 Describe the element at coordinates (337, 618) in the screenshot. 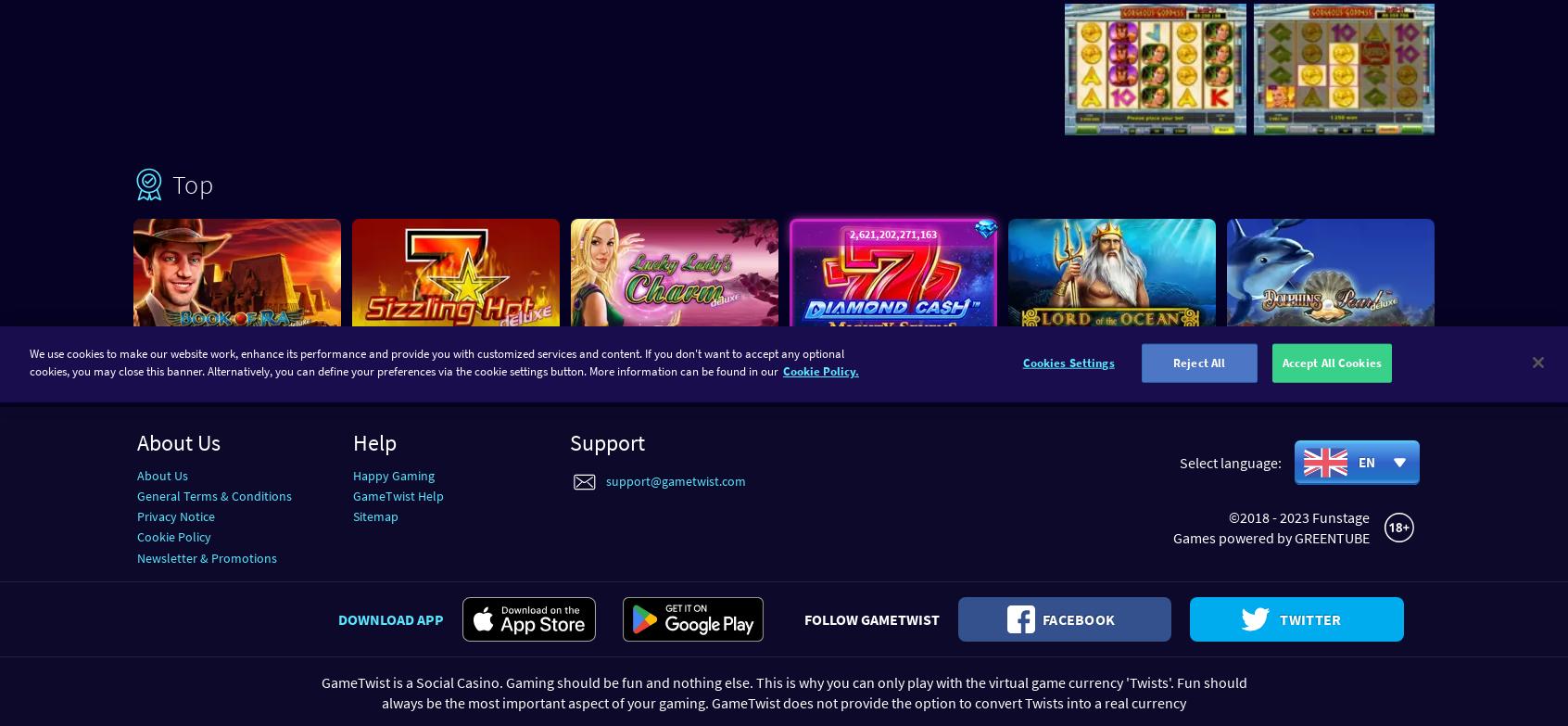

I see `'Download app'` at that location.